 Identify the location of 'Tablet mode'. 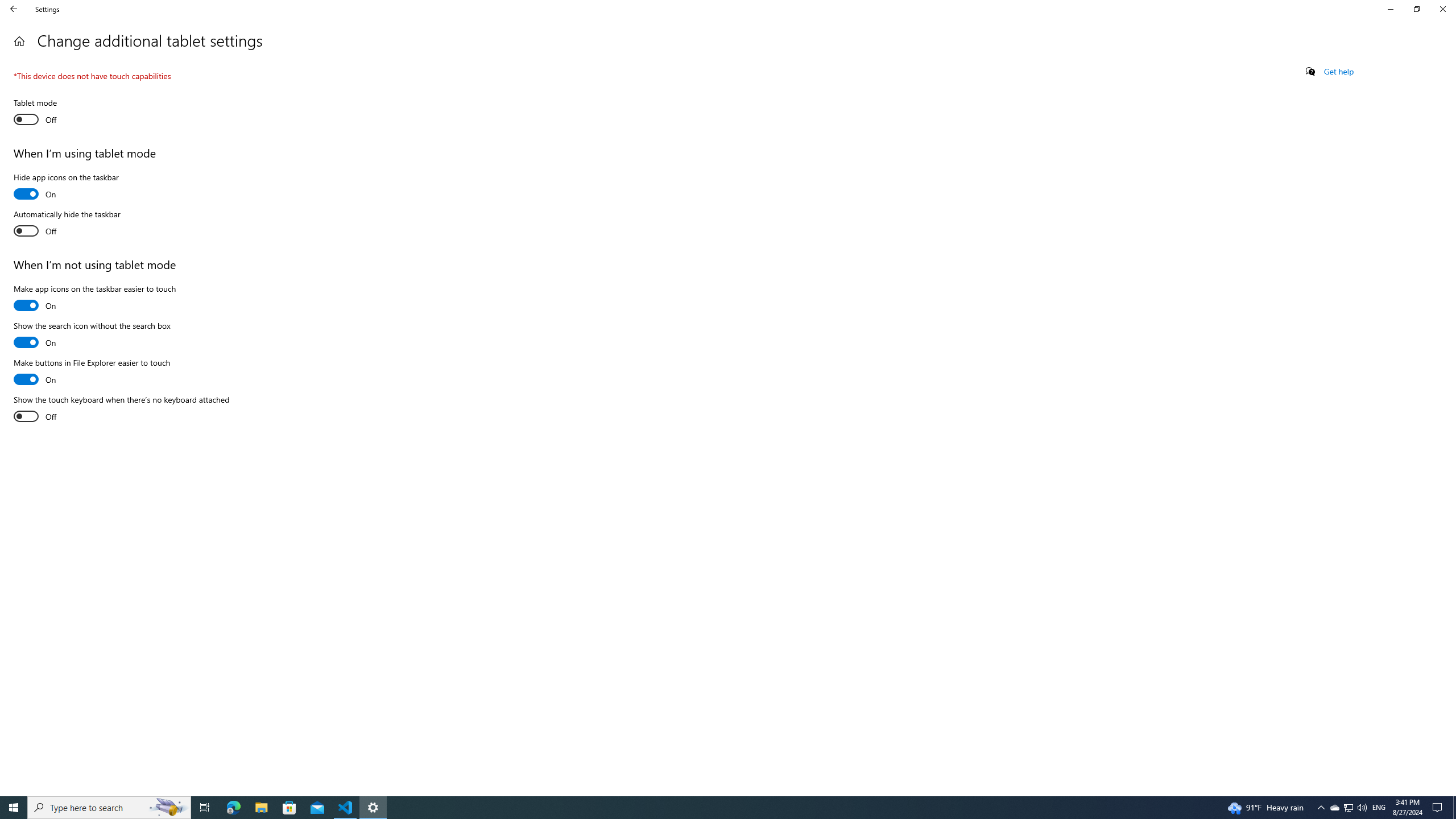
(55, 113).